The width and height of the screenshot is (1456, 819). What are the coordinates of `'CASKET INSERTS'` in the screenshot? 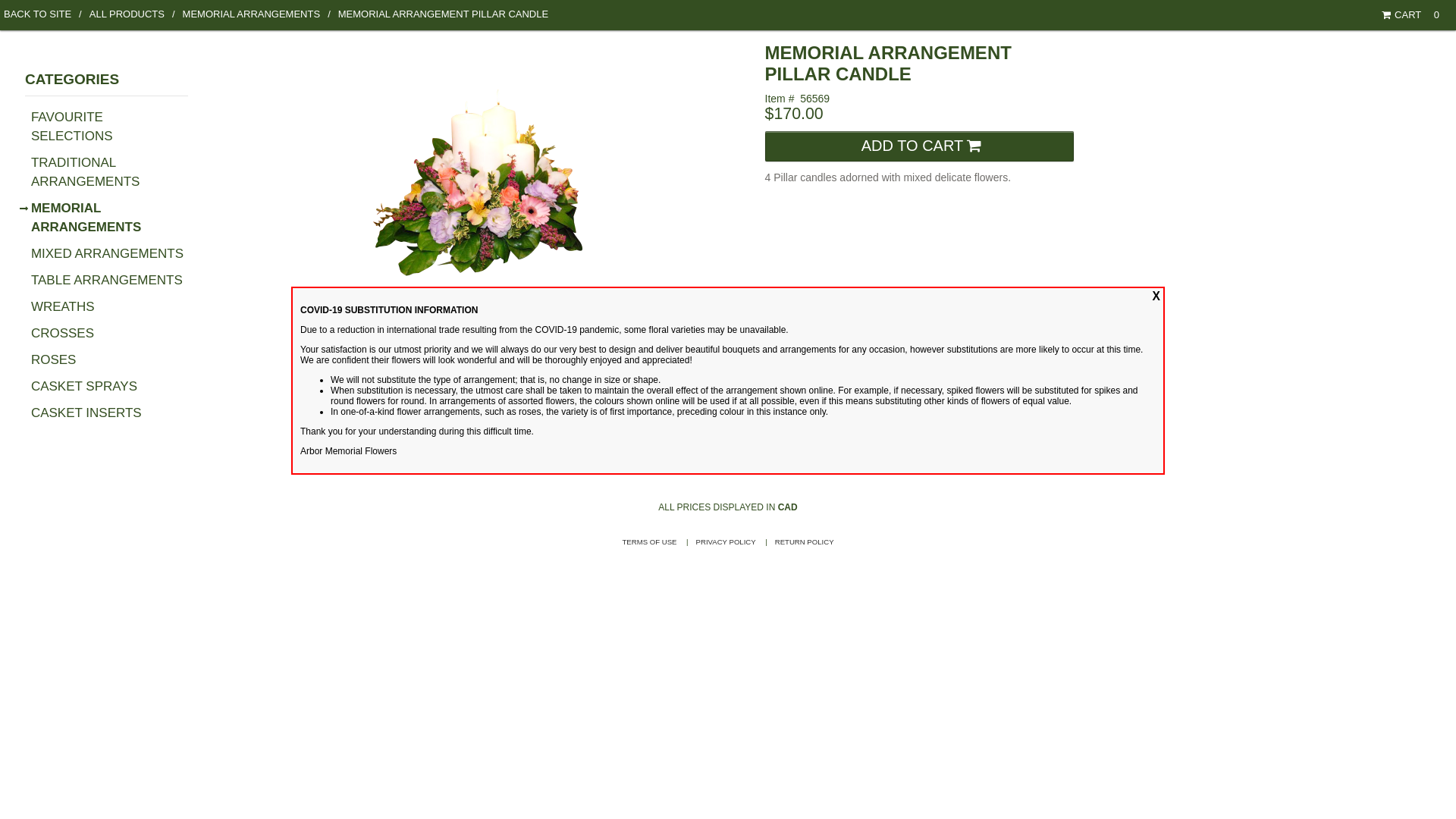 It's located at (86, 413).